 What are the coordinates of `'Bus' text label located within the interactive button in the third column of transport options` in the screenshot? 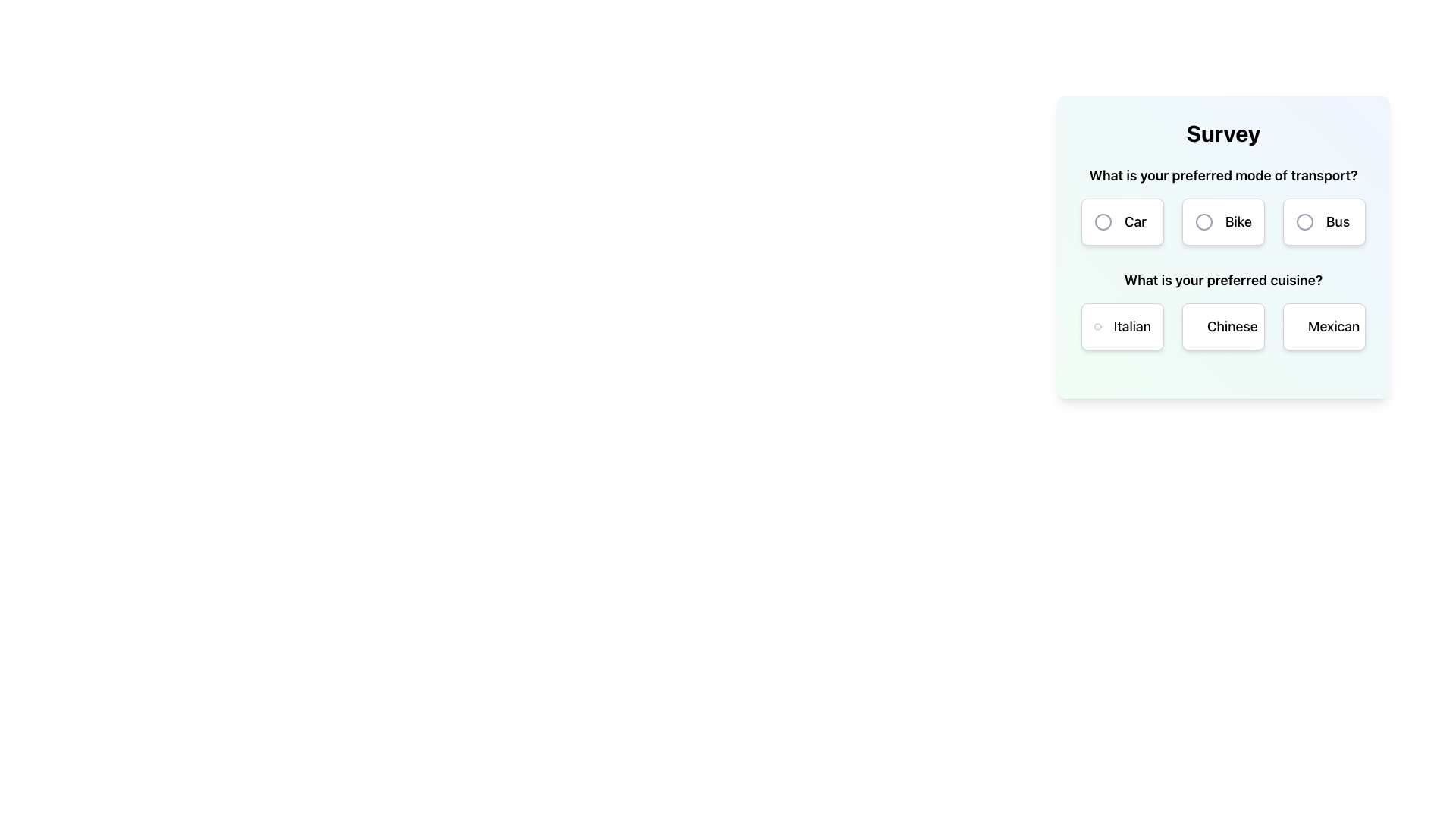 It's located at (1338, 222).